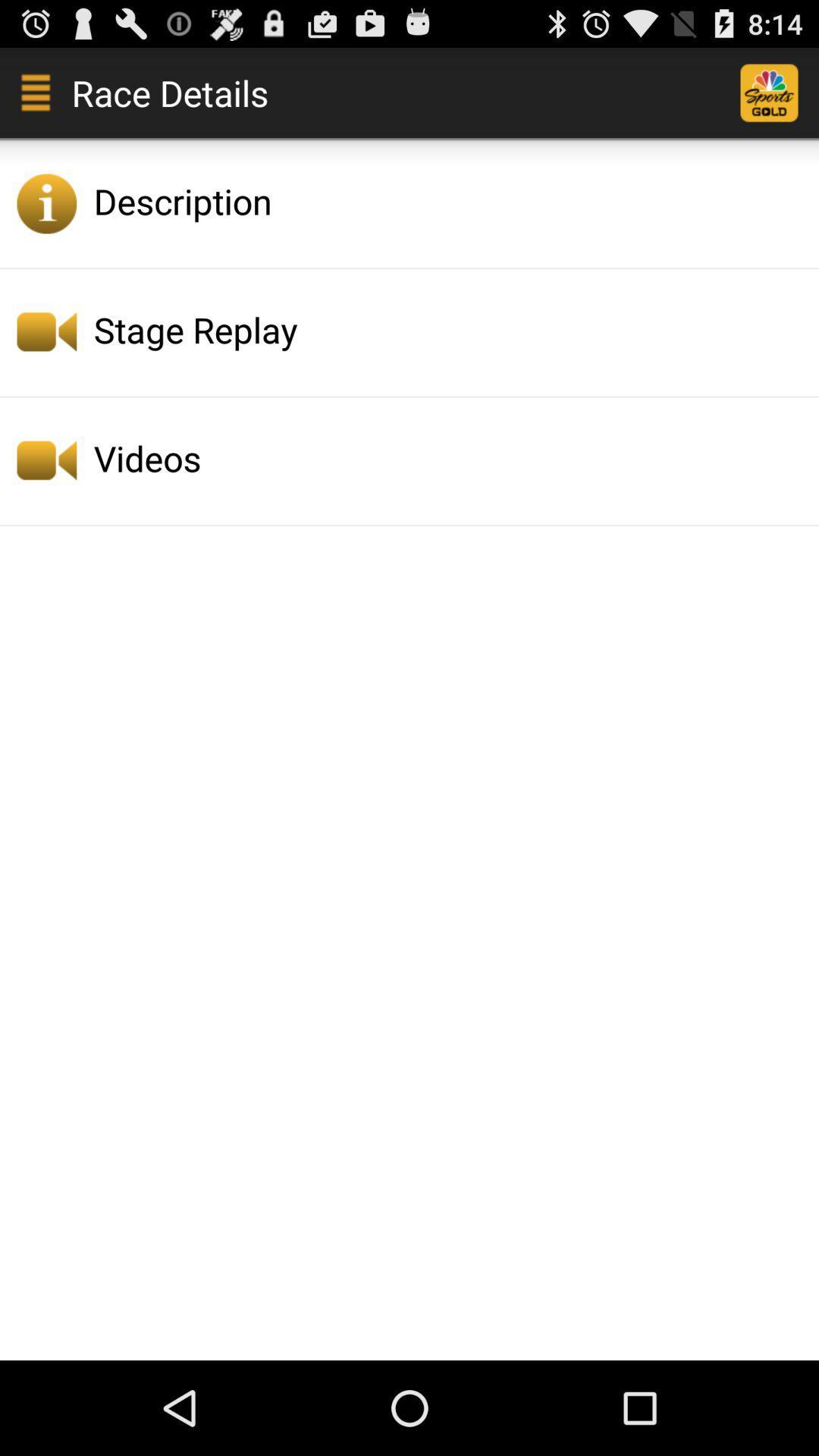  What do you see at coordinates (451, 328) in the screenshot?
I see `stage replay item` at bounding box center [451, 328].